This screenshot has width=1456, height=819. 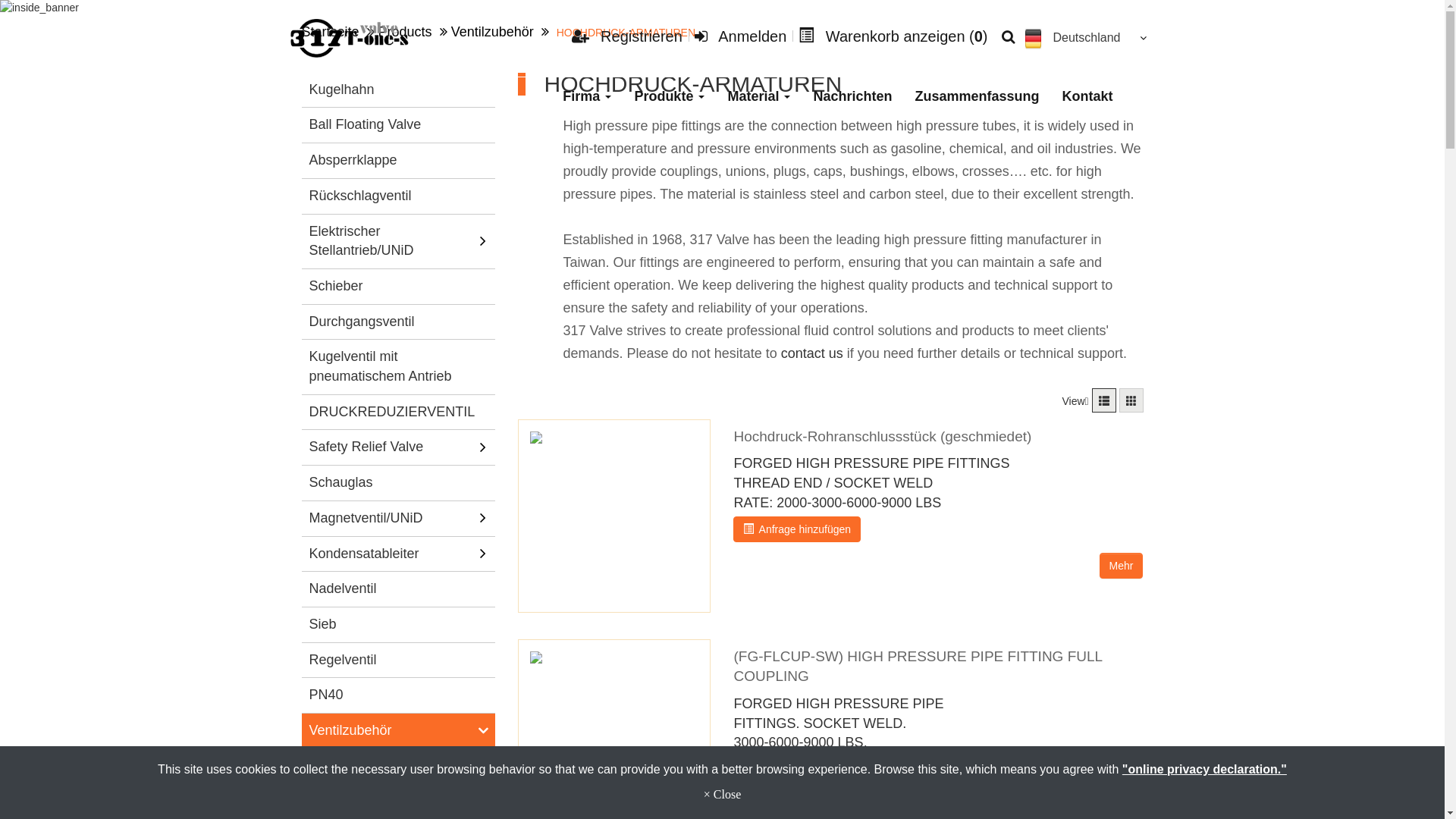 What do you see at coordinates (1121, 565) in the screenshot?
I see `'Mehr'` at bounding box center [1121, 565].